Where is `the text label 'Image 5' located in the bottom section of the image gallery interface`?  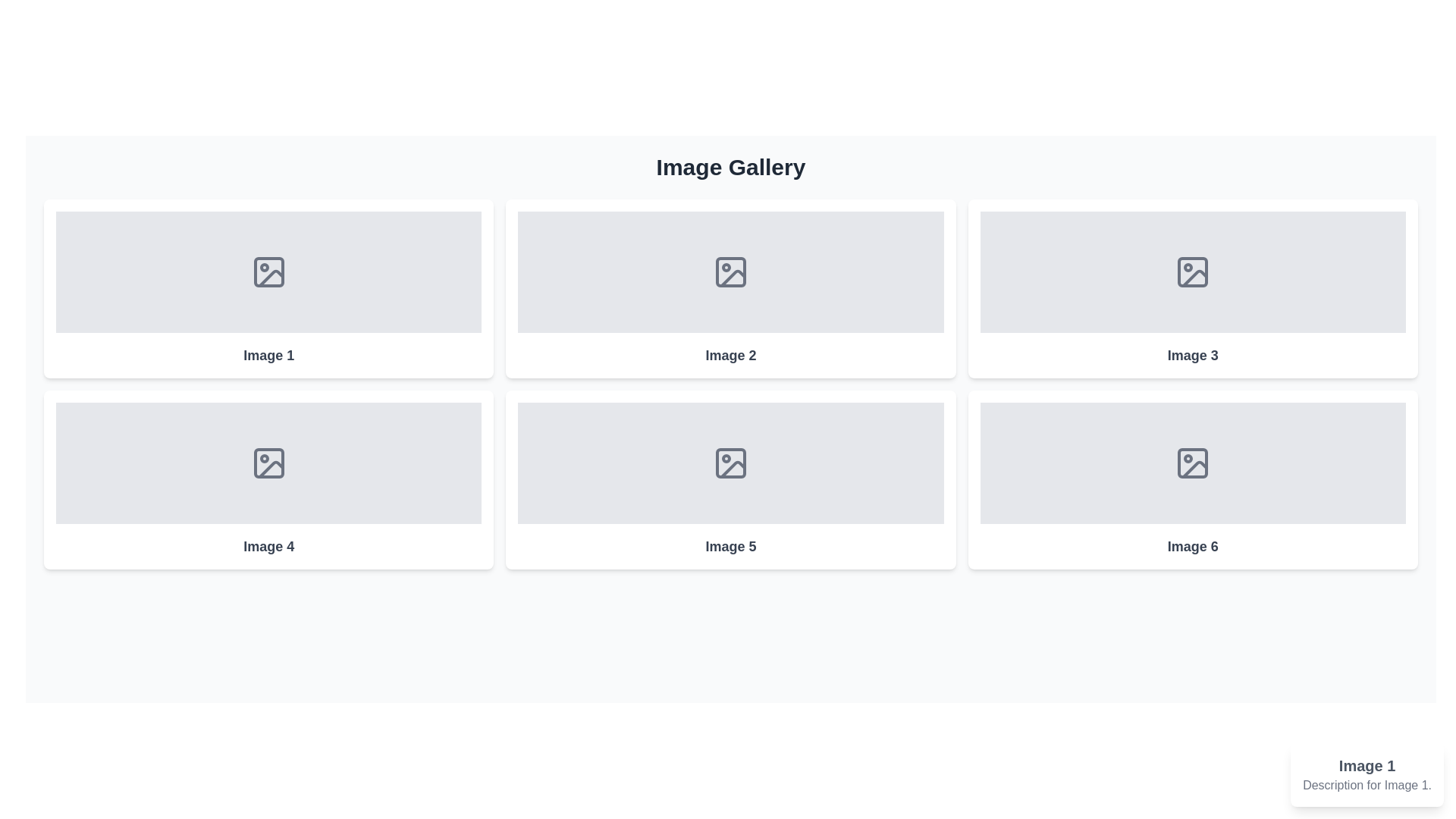 the text label 'Image 5' located in the bottom section of the image gallery interface is located at coordinates (731, 547).